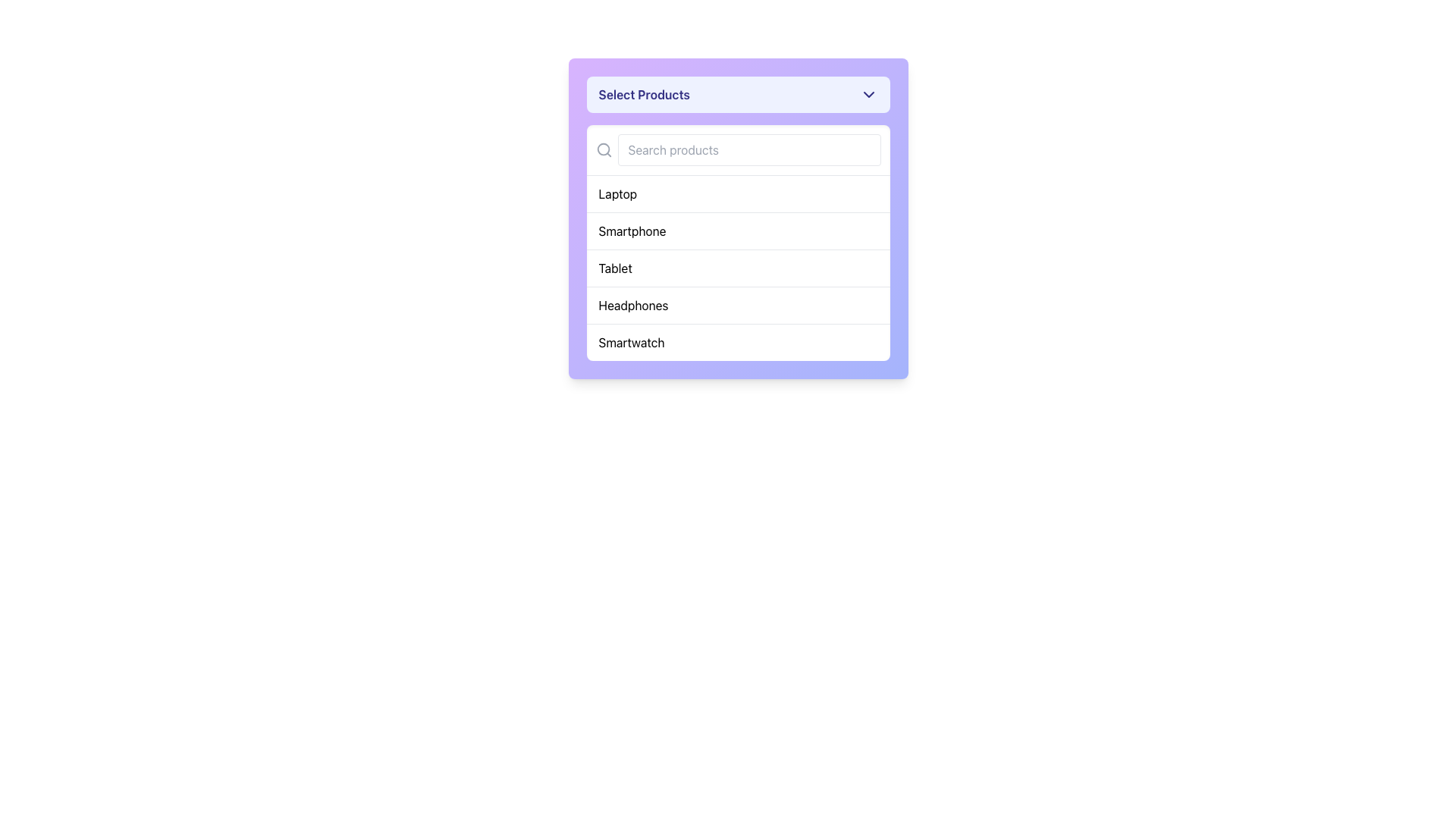 The image size is (1456, 819). What do you see at coordinates (633, 305) in the screenshot?
I see `the text label displaying 'Headphones' in the dropdown menu labeled 'Select Products'` at bounding box center [633, 305].